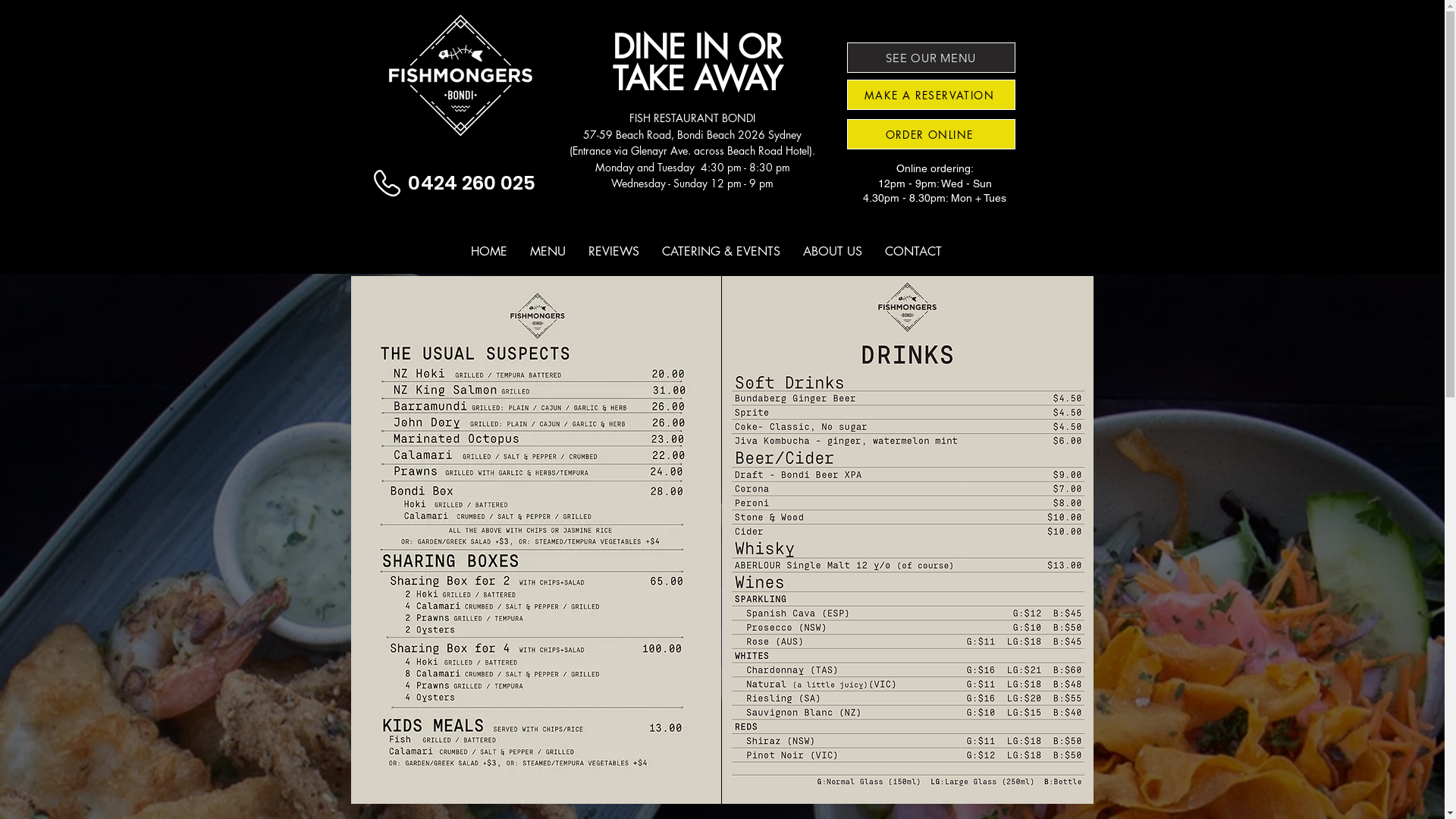  I want to click on 'CONTACT', so click(912, 250).